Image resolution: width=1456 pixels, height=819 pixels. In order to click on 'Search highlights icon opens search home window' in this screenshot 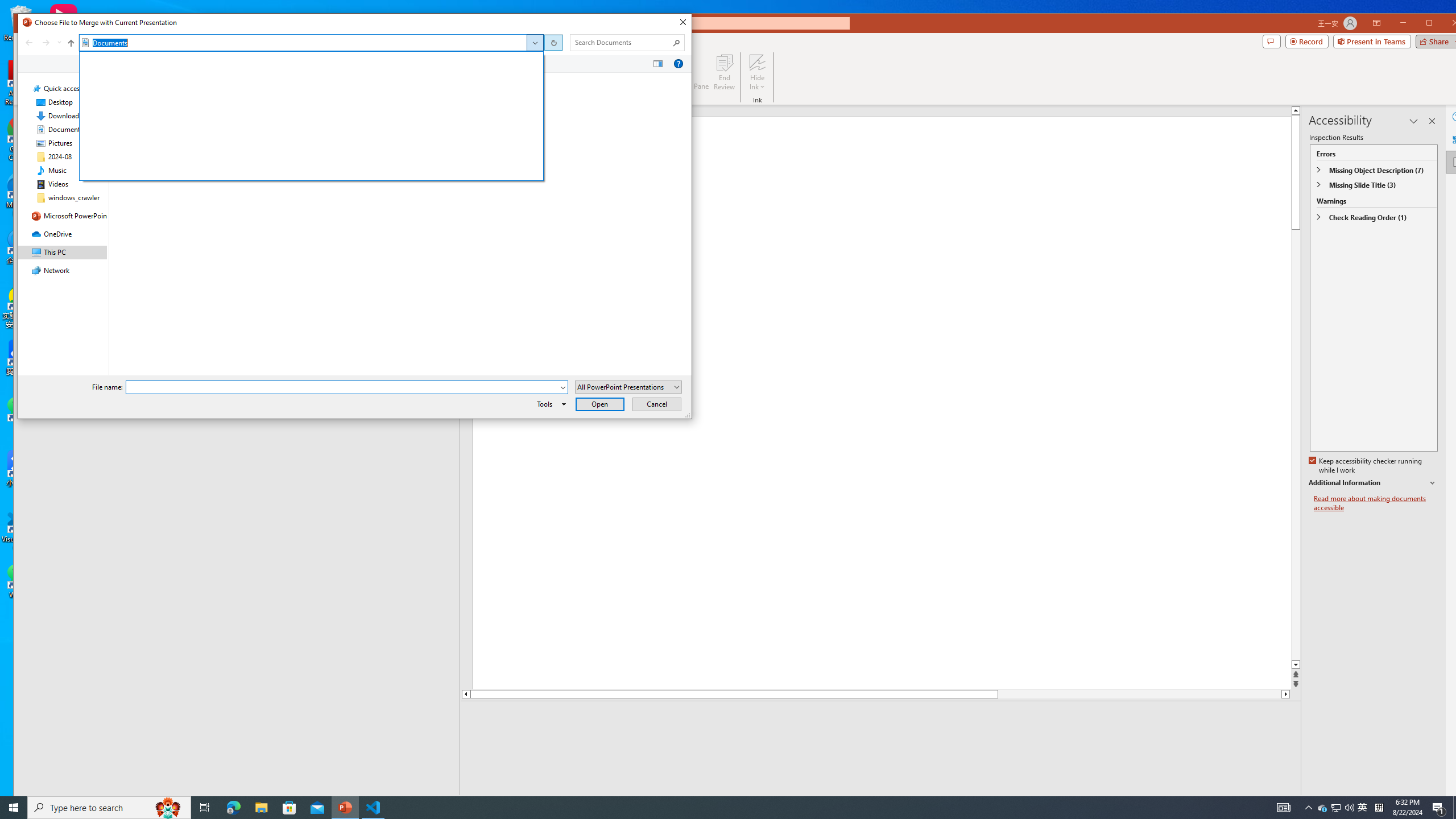, I will do `click(167, 806)`.